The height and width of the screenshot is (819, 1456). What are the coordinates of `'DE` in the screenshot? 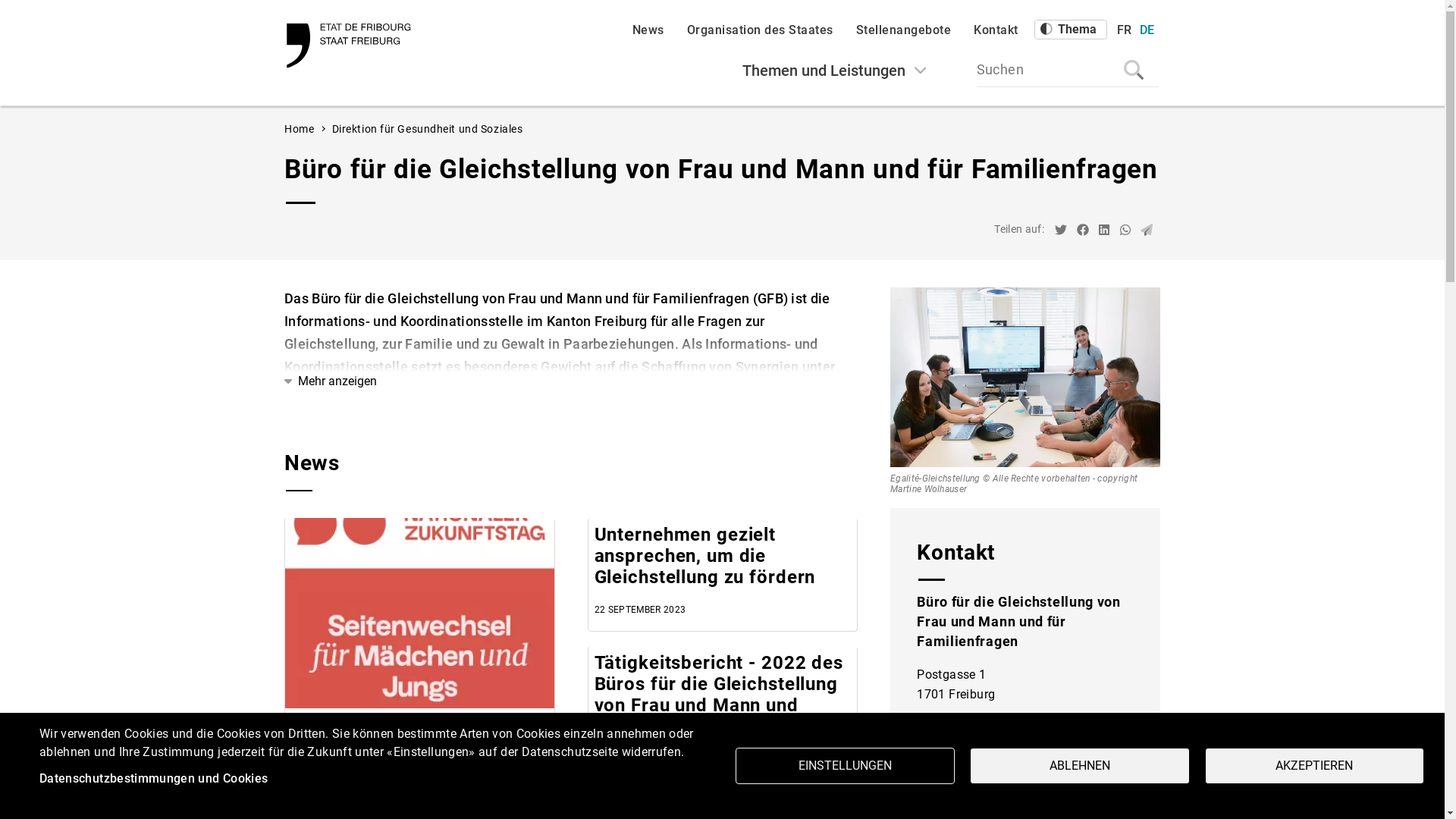 It's located at (1147, 30).